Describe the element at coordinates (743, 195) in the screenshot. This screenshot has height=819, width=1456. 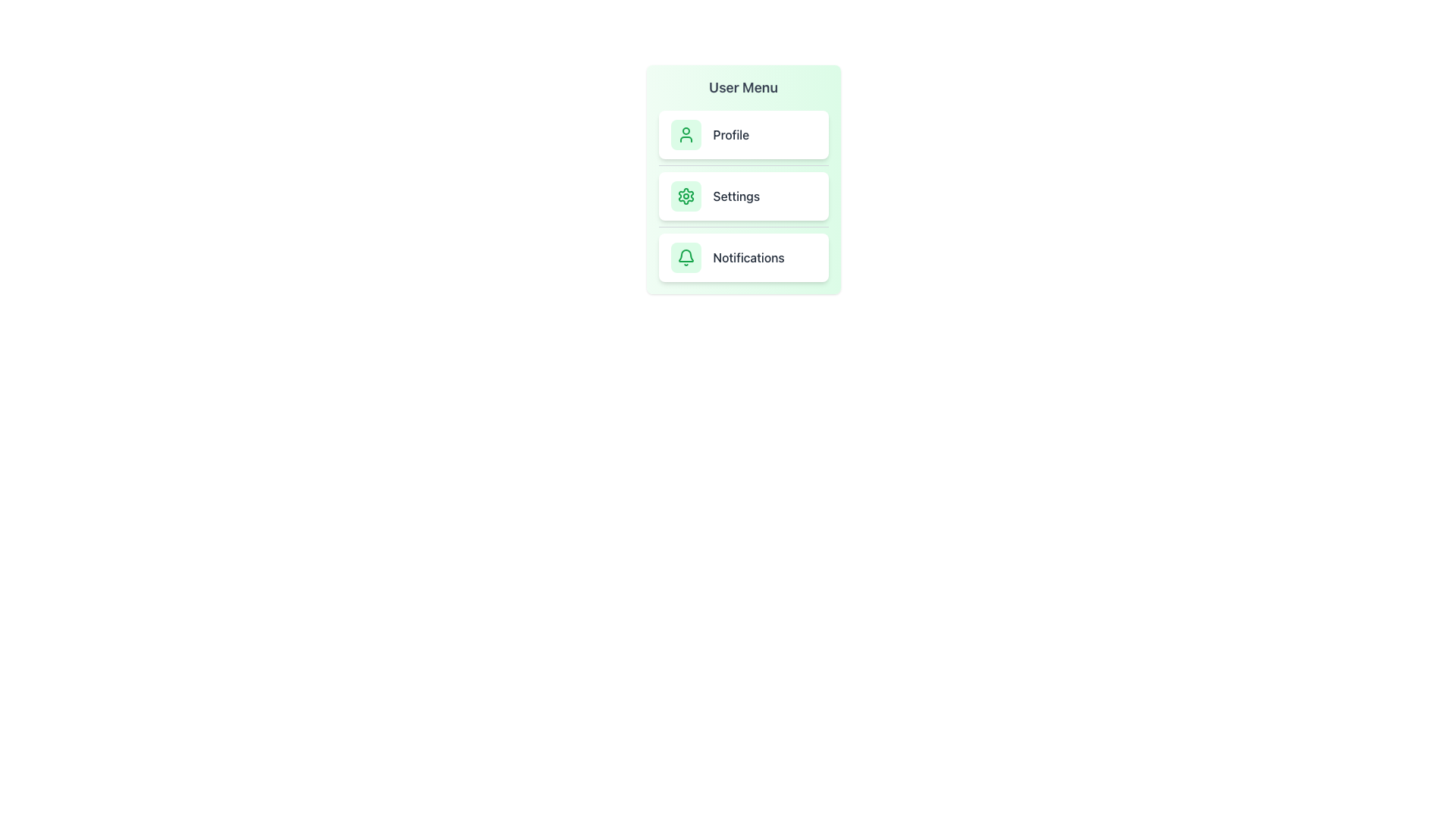
I see `the 'Settings' button, which is styled as a rounded rectangle with a white background and a green gear icon, located in the 'User Menu' group between the 'Profile' and 'Notifications' buttons` at that location.